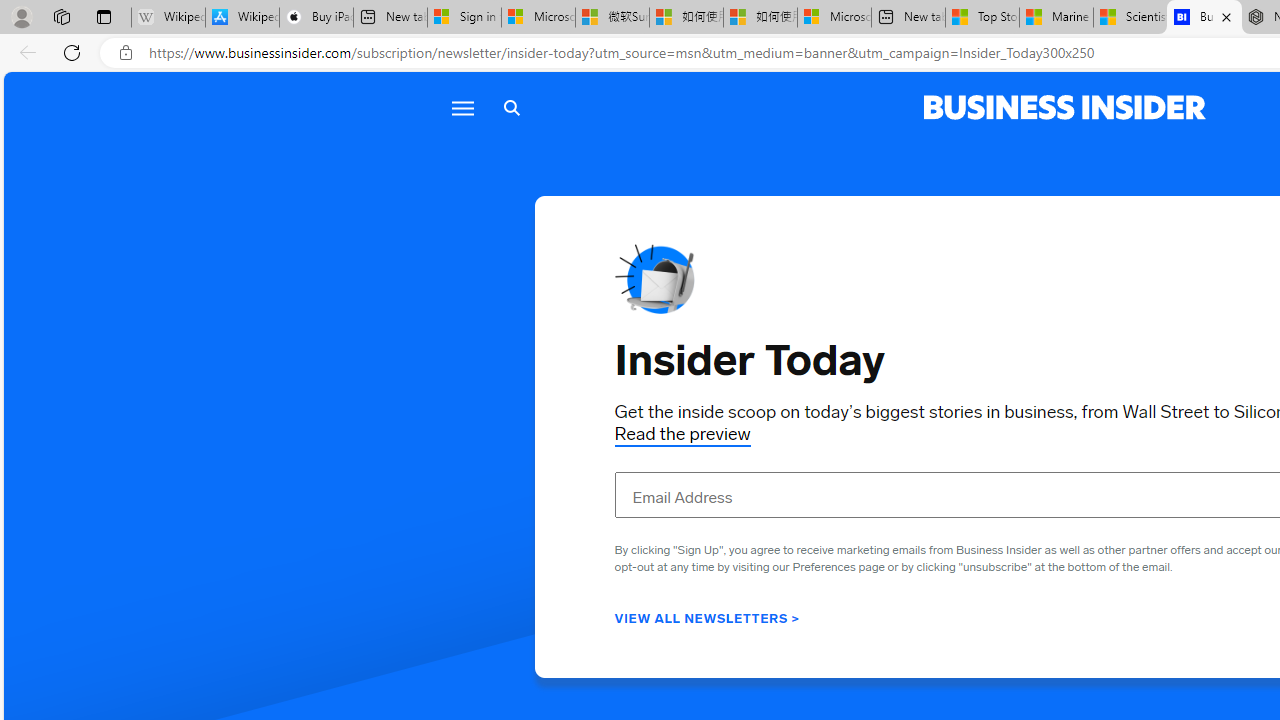 Image resolution: width=1280 pixels, height=720 pixels. Describe the element at coordinates (707, 616) in the screenshot. I see `'VIEW ALL NEWSLETTERS >'` at that location.